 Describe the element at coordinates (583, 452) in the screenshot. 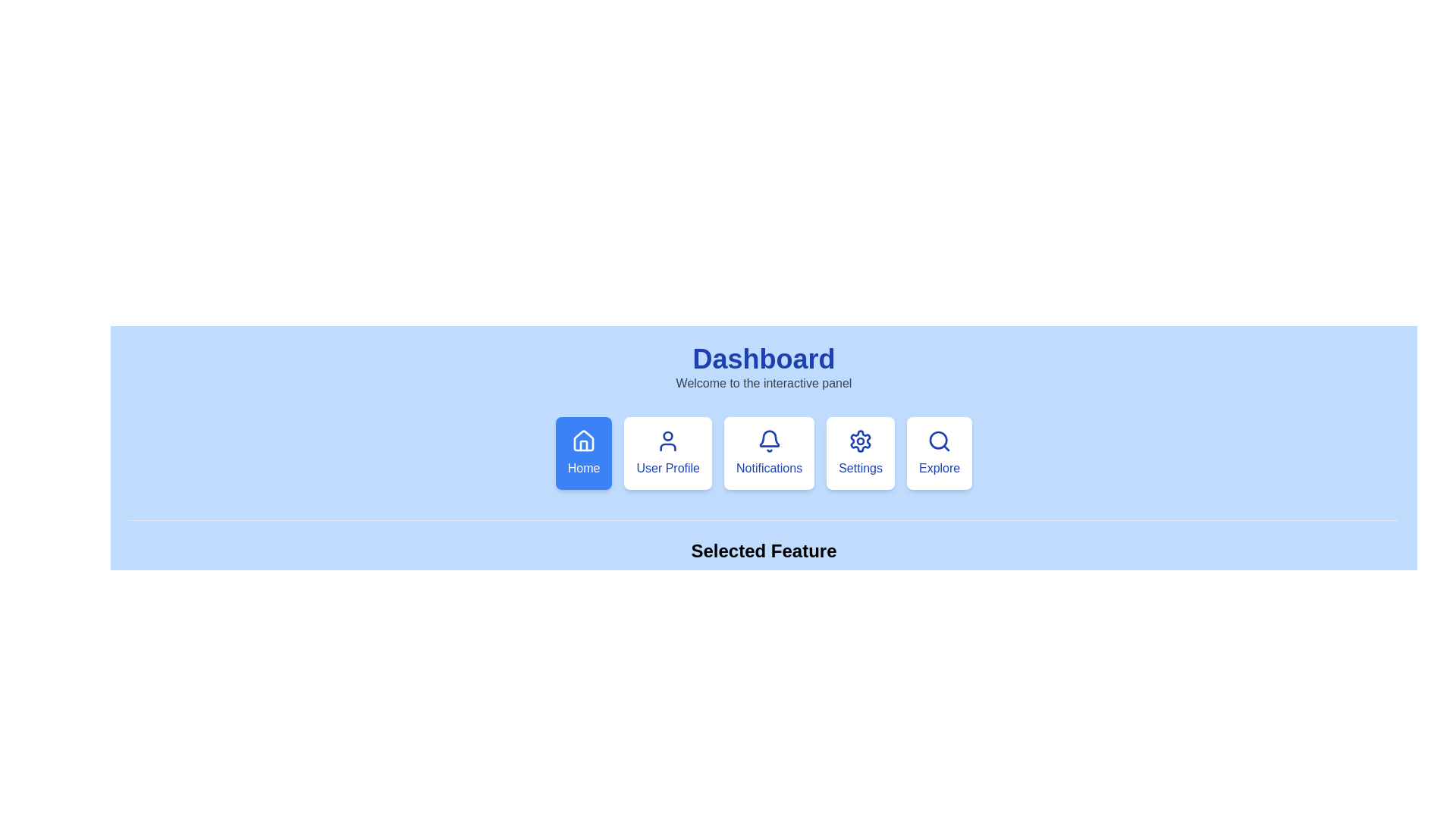

I see `the 'Home' button, which is a rectangular button with rounded corners, a blue background, and a white outline of a house icon above the text 'Home'. This button is located at the leftmost side of a horizontally aligned menu` at that location.